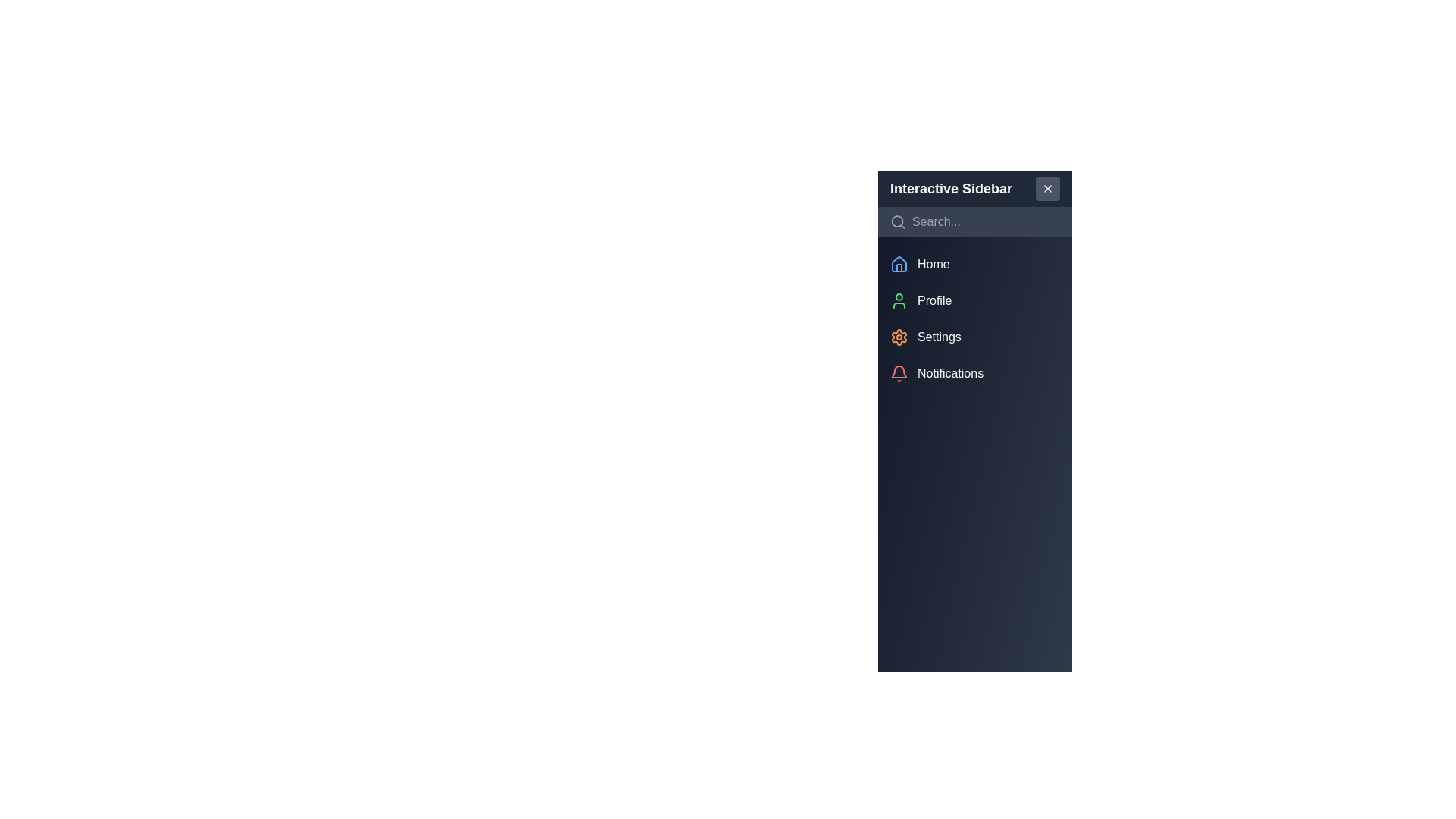  I want to click on the small 'X' icon located in the top-right corner of the sidebar header, so click(1047, 188).